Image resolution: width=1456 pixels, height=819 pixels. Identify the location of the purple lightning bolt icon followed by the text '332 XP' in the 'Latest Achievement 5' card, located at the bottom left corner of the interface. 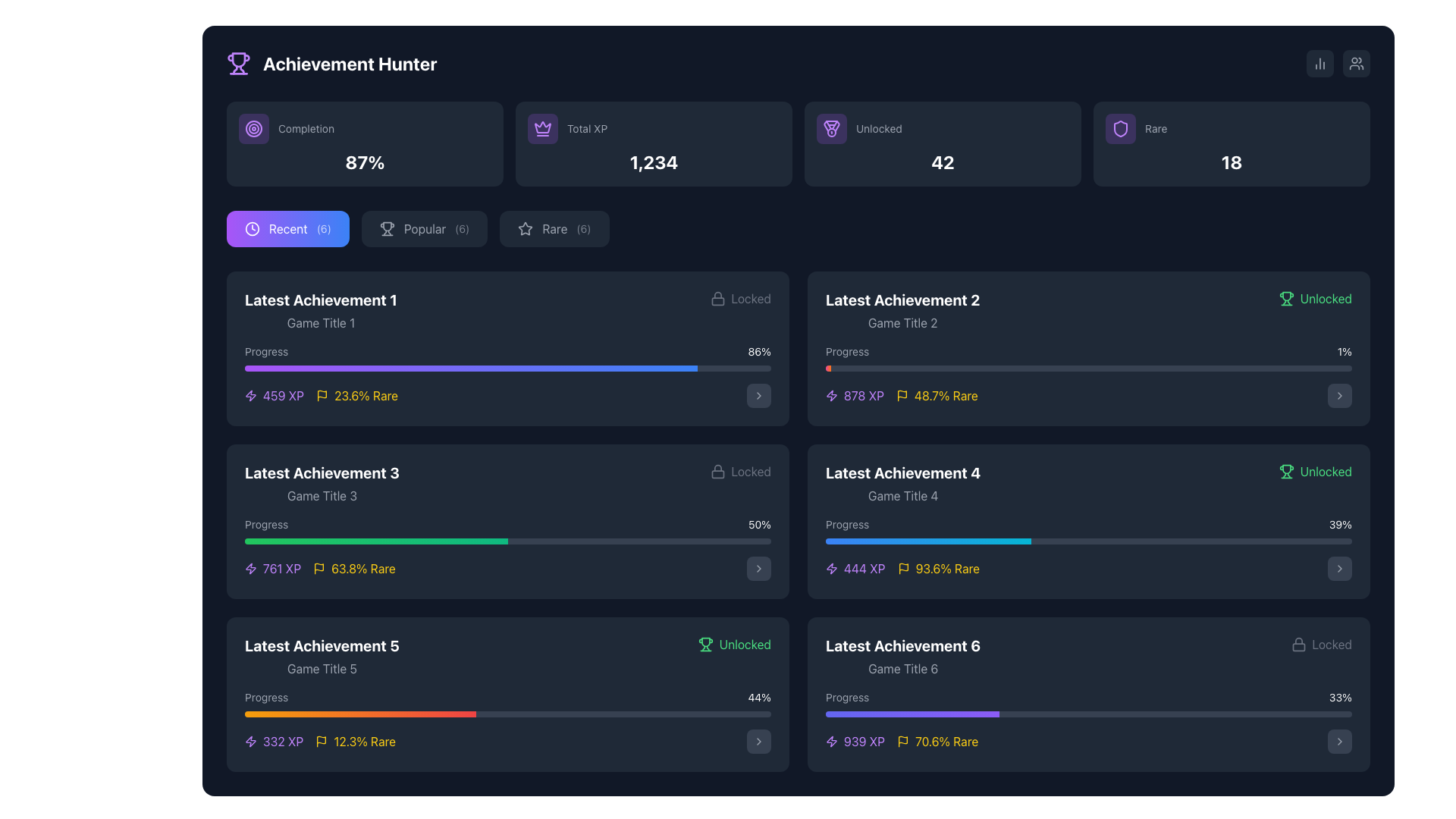
(274, 741).